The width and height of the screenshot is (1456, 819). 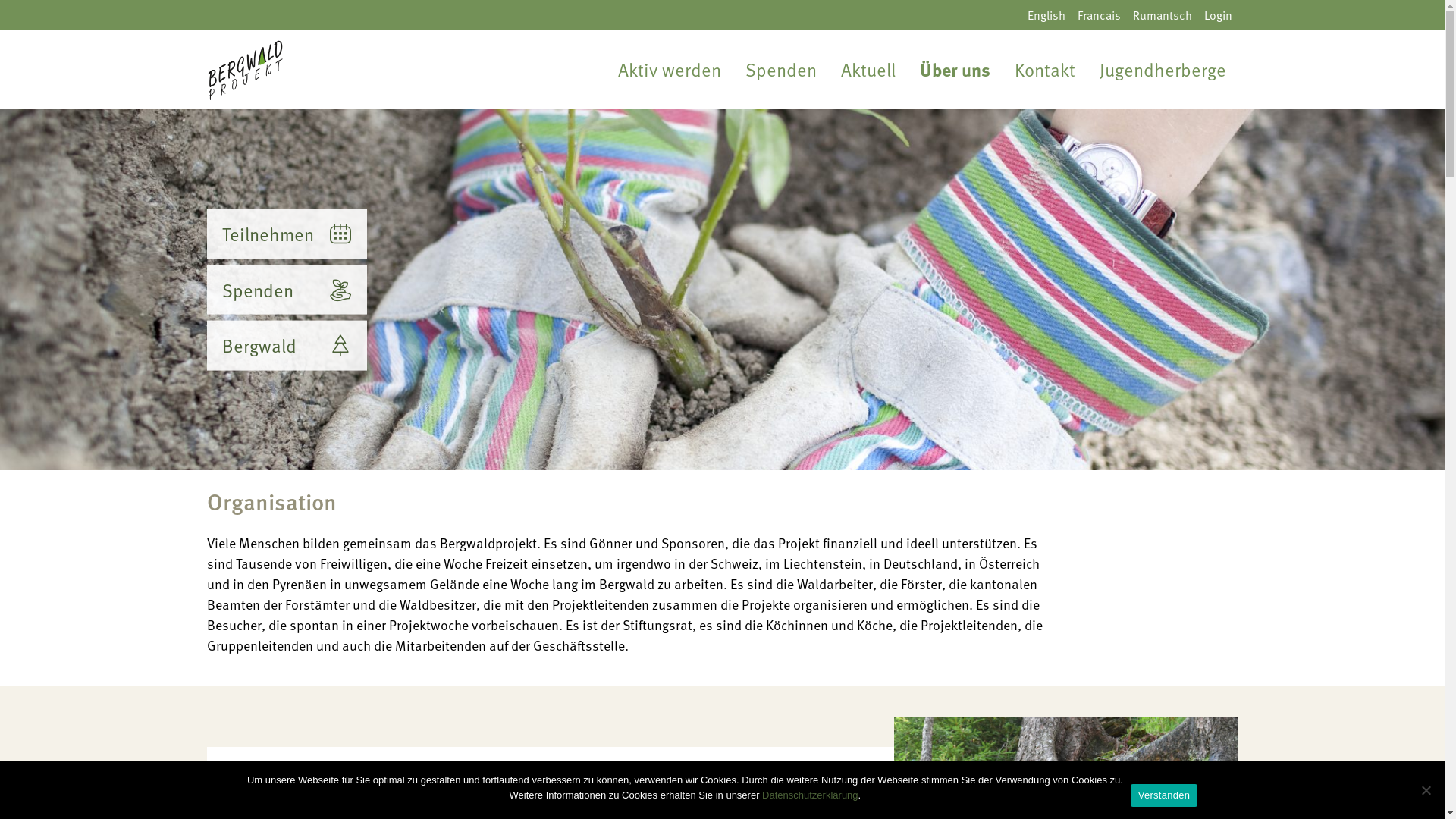 What do you see at coordinates (867, 70) in the screenshot?
I see `'Aktuell'` at bounding box center [867, 70].